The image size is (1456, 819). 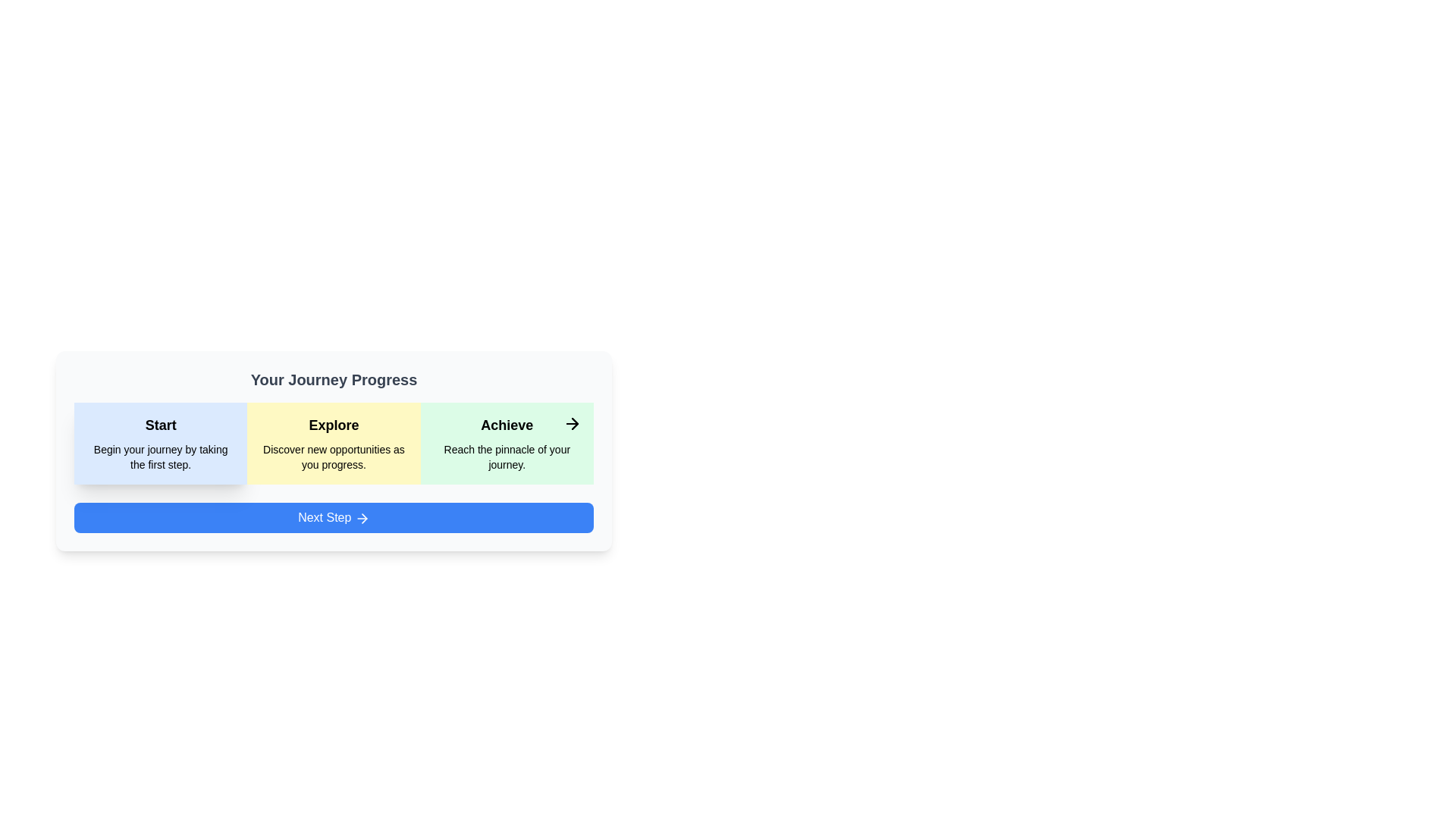 I want to click on the bold text label 'Explore' that is centrally aligned within a yellow background section, so click(x=333, y=425).